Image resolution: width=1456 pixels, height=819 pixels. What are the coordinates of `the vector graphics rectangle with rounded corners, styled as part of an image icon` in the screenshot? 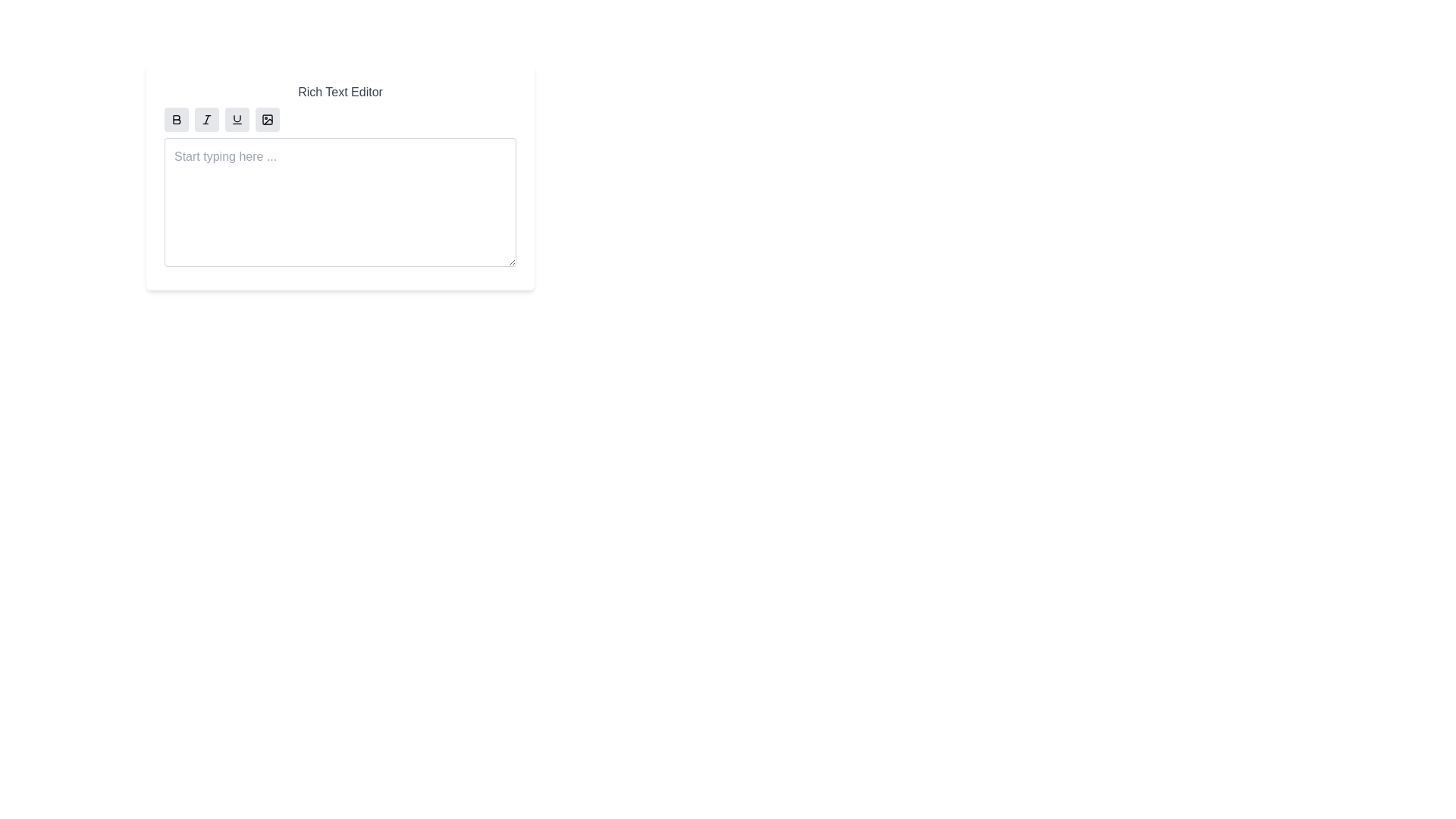 It's located at (268, 119).